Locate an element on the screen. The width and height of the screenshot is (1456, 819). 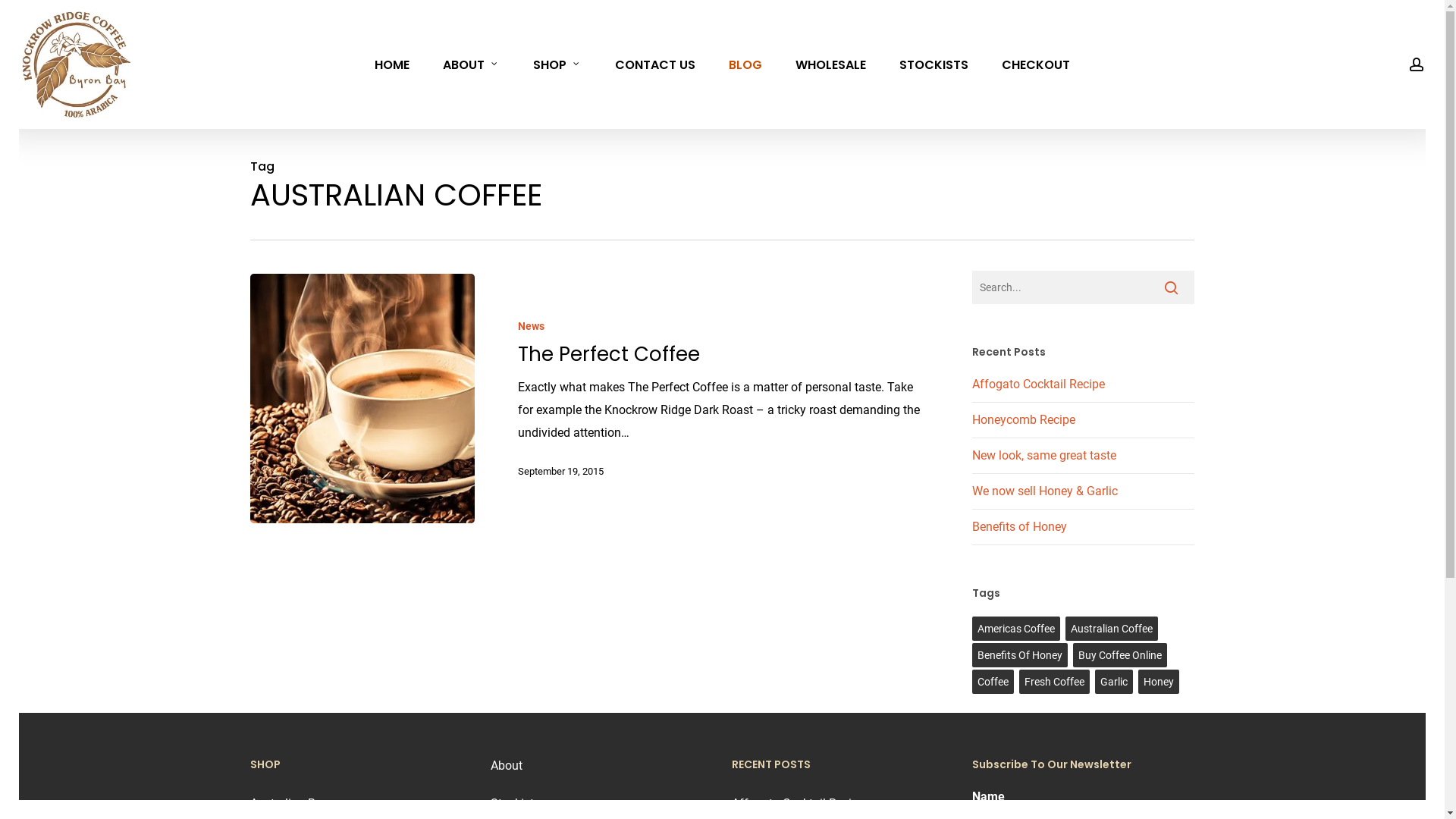
'Buy Coffee Online' is located at coordinates (1120, 654).